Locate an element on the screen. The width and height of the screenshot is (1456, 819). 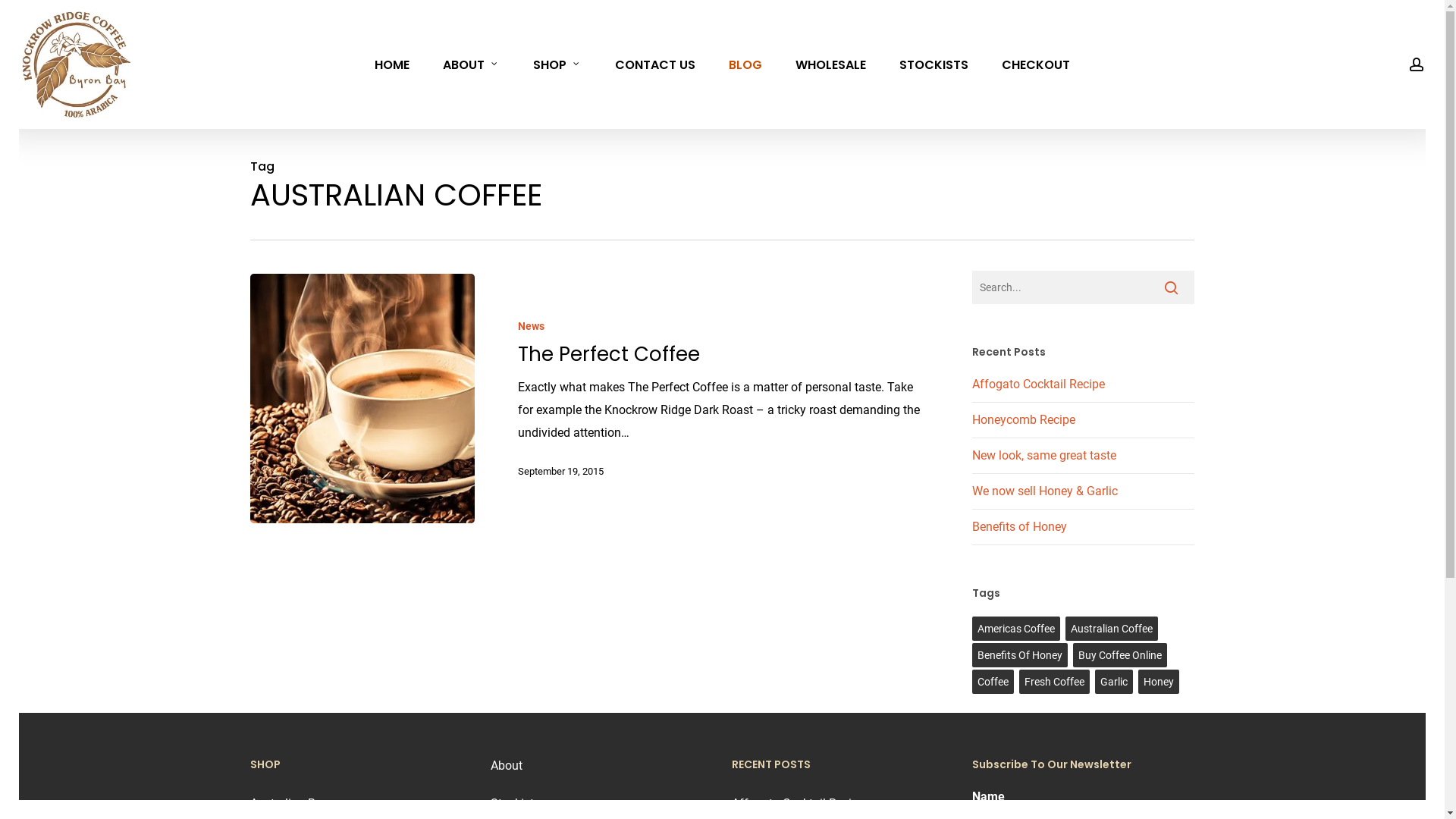
'Buy Coffee Online' is located at coordinates (1120, 654).